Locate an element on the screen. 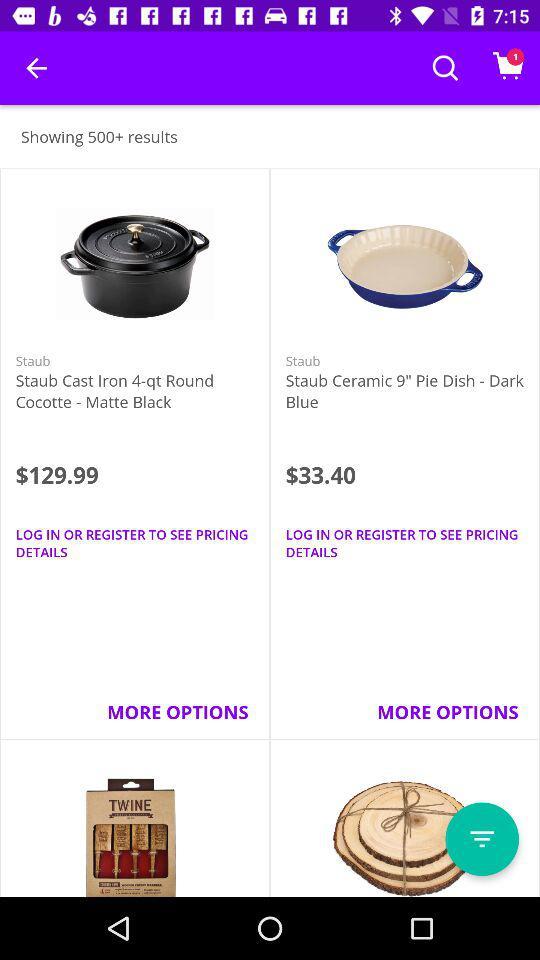 This screenshot has height=960, width=540. the icon at top right corner of the page is located at coordinates (508, 66).